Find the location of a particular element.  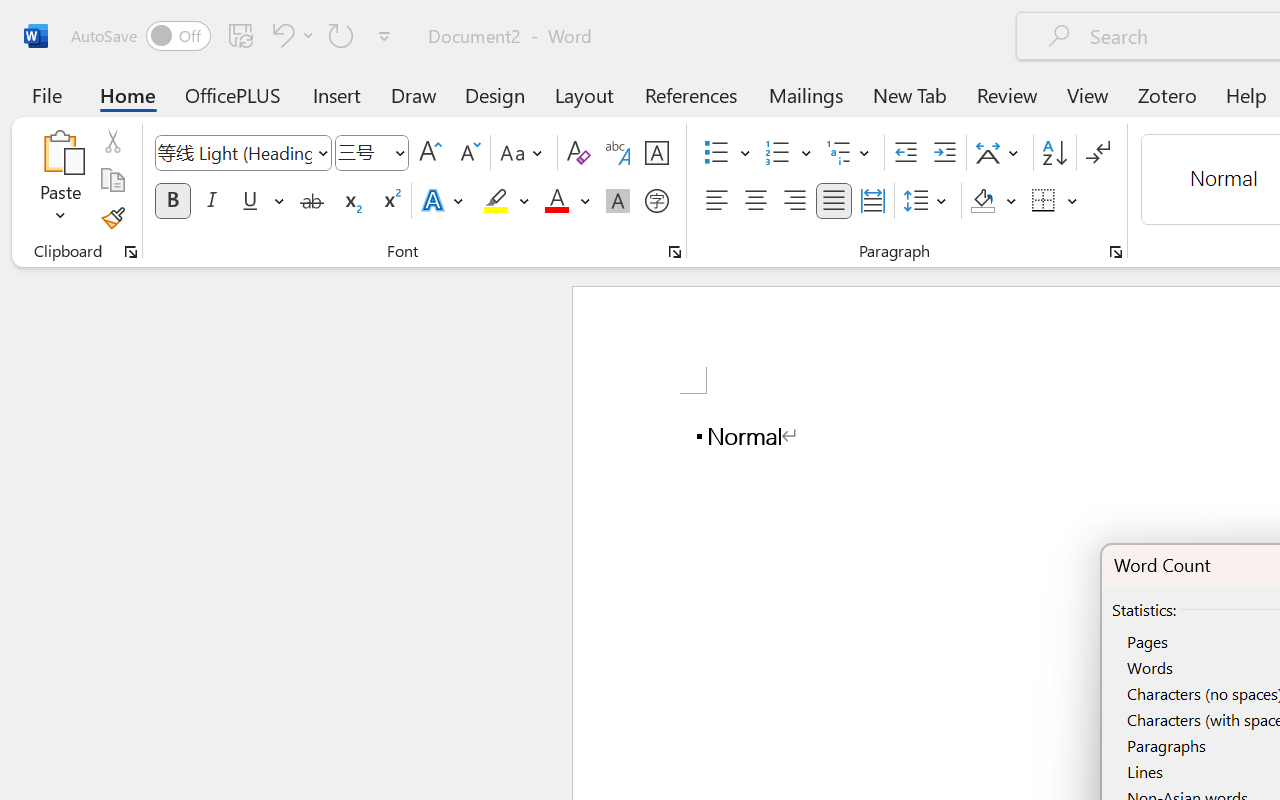

'Underline' is located at coordinates (249, 201).